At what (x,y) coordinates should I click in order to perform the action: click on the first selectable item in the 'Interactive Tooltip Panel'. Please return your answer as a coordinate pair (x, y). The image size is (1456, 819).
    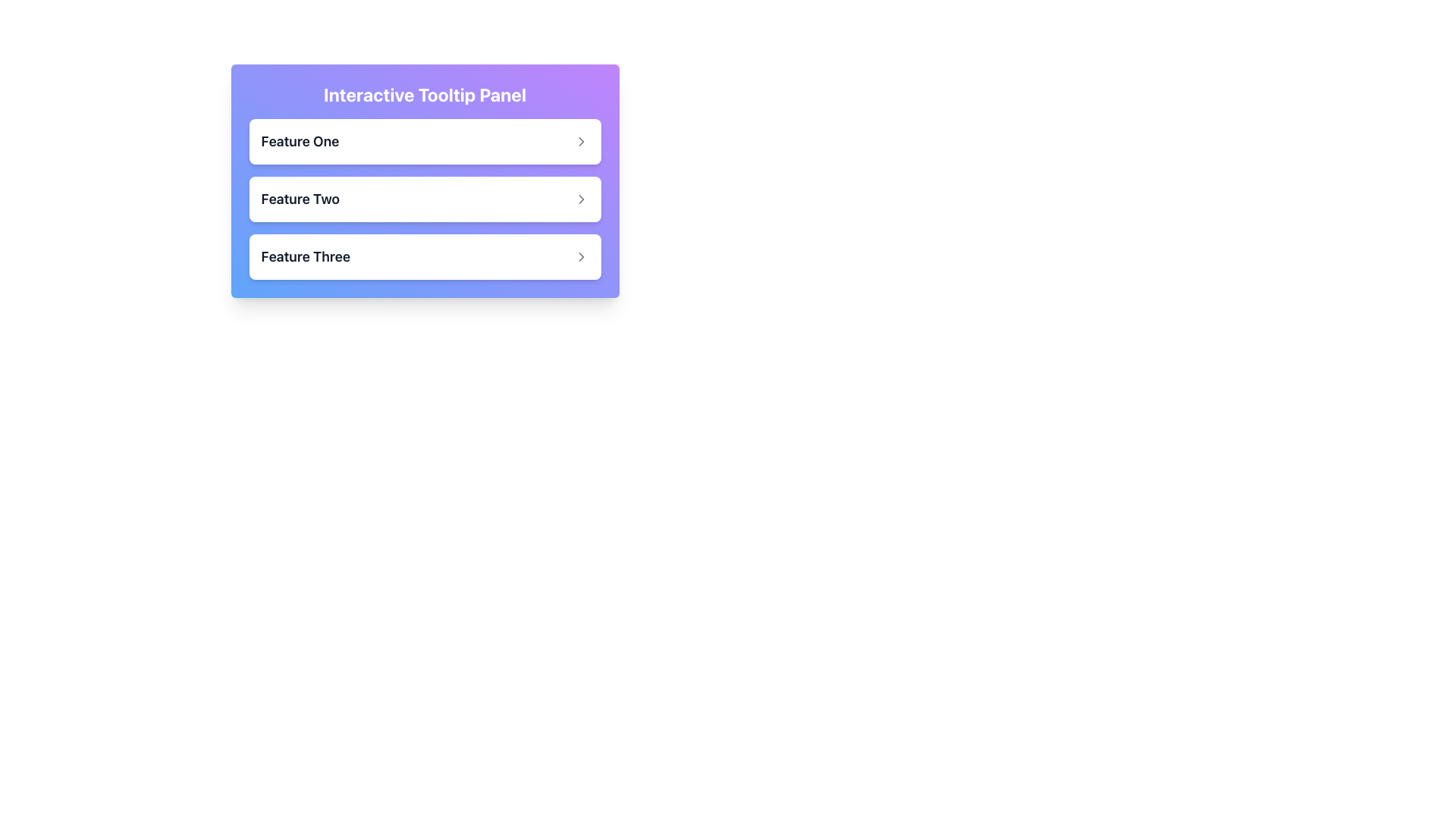
    Looking at the image, I should click on (425, 141).